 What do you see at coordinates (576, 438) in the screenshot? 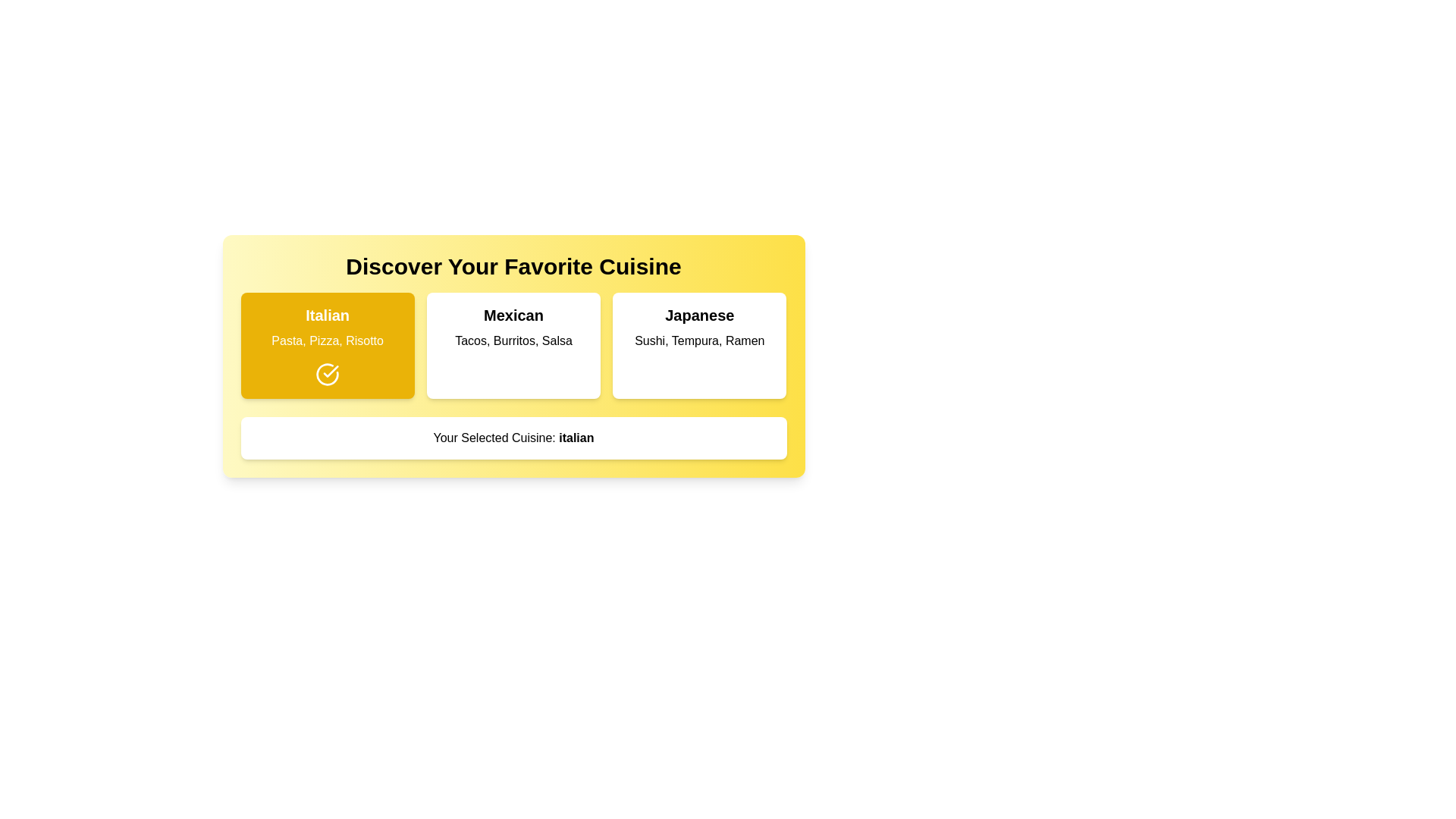
I see `the text 'italian' which is styled in bold typography and is part of the sentence 'Your Selected Cuisine: italian', located at the bottom of a yellow decorative interface box` at bounding box center [576, 438].